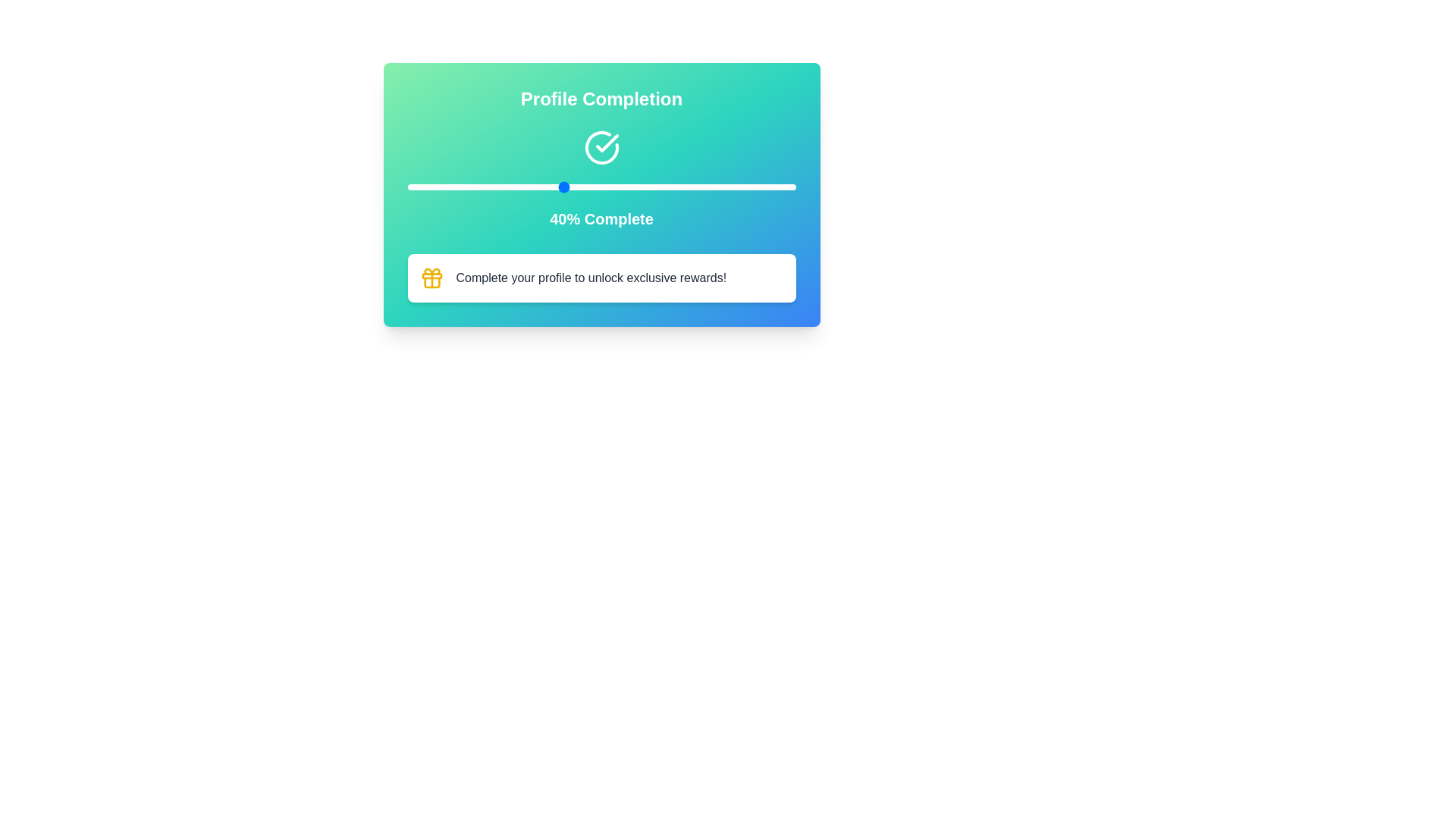 This screenshot has width=1456, height=819. I want to click on the slider to set the completion percentage to 25, so click(504, 186).